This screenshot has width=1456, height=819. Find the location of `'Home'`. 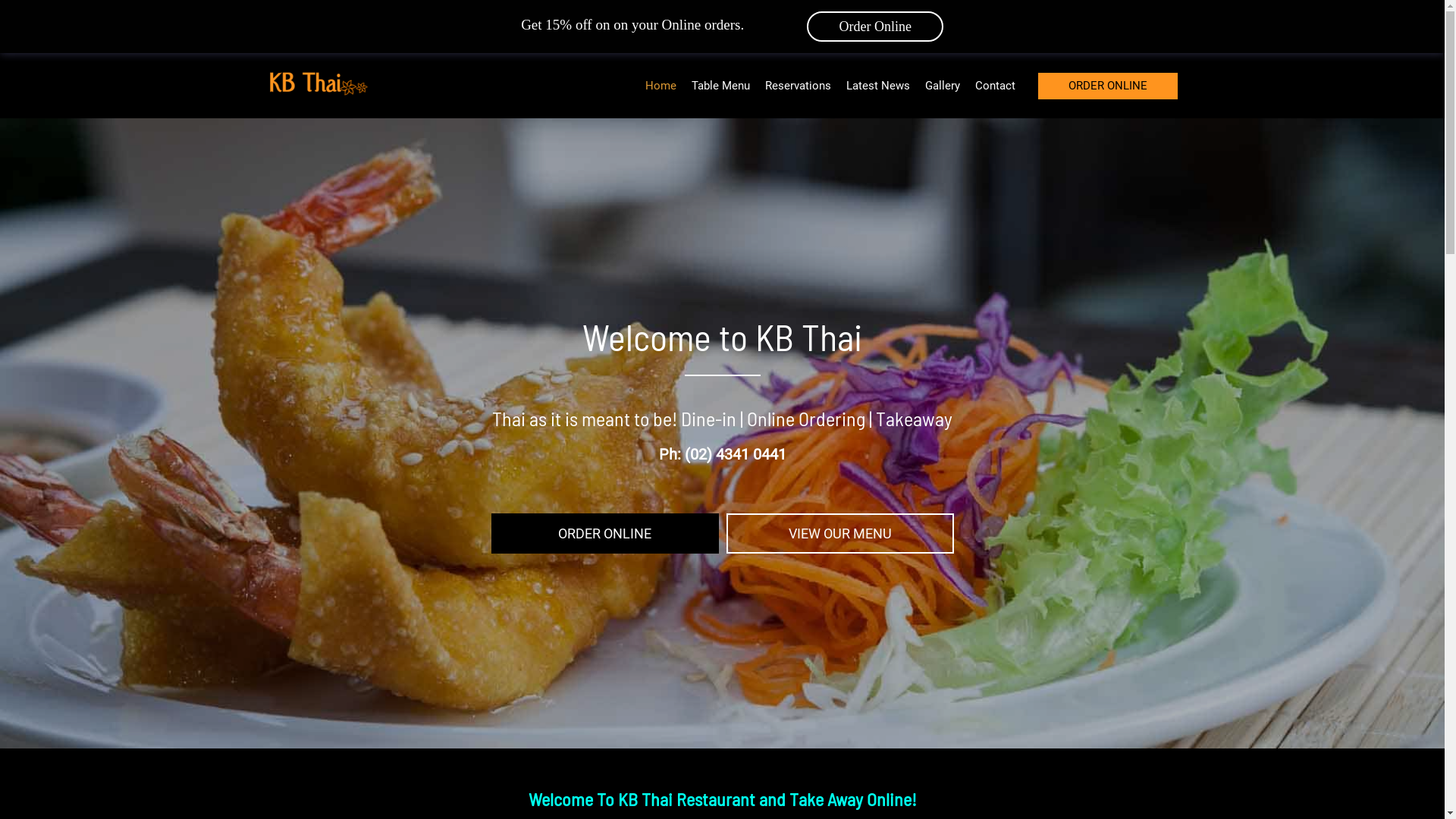

'Home' is located at coordinates (660, 85).